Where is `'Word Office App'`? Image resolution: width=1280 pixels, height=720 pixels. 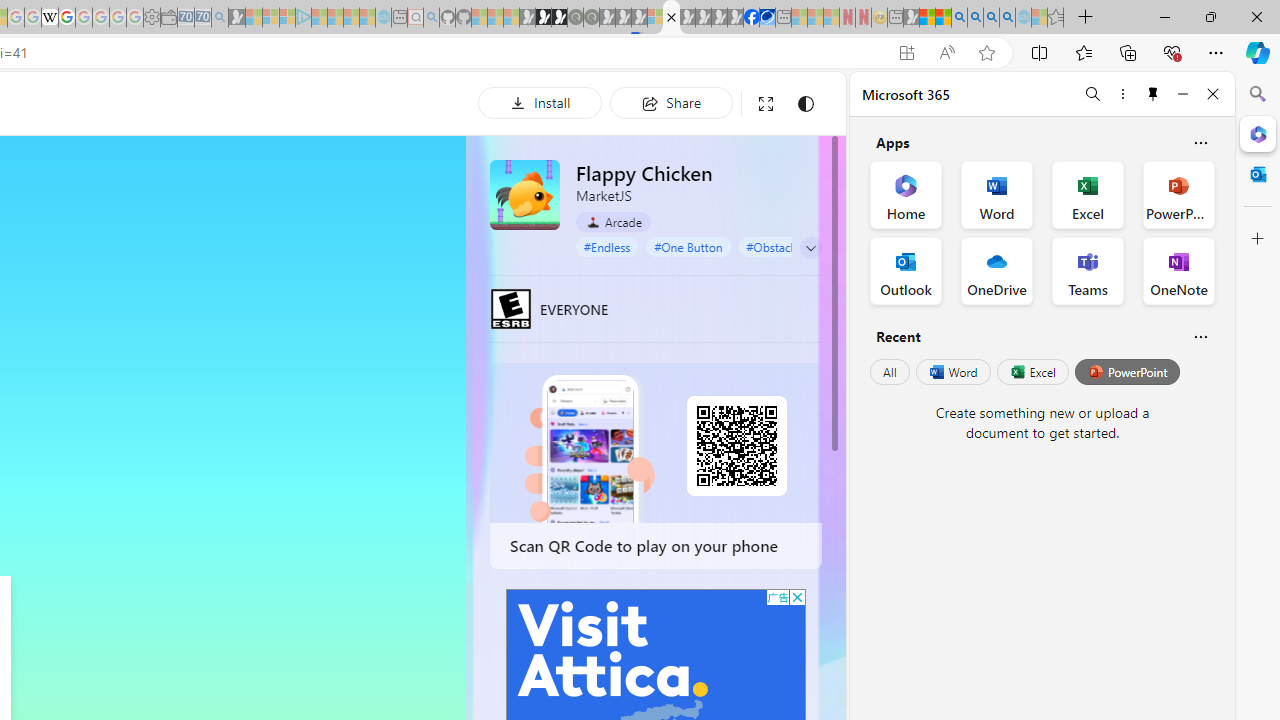 'Word Office App' is located at coordinates (997, 195).